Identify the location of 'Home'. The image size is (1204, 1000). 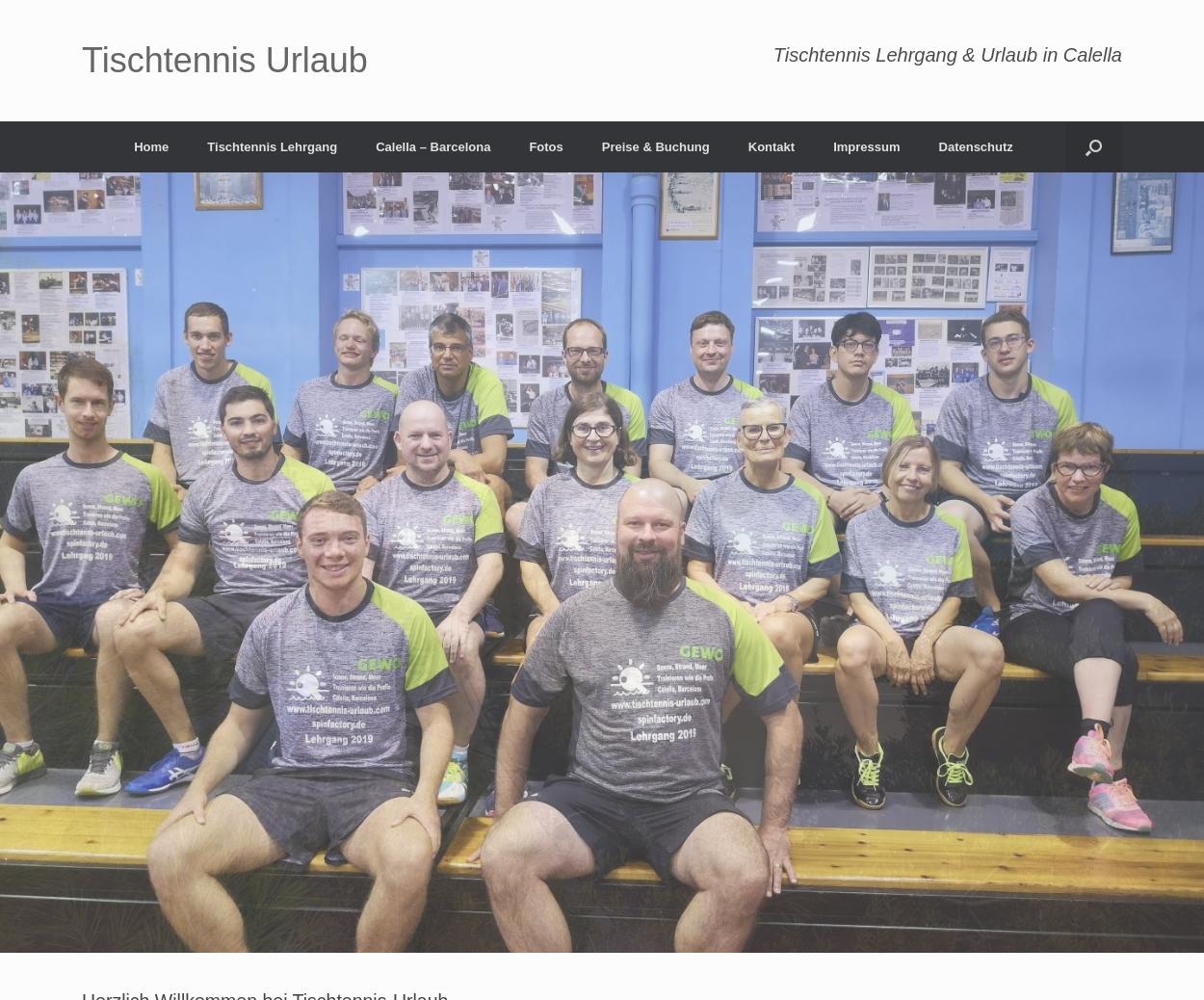
(151, 145).